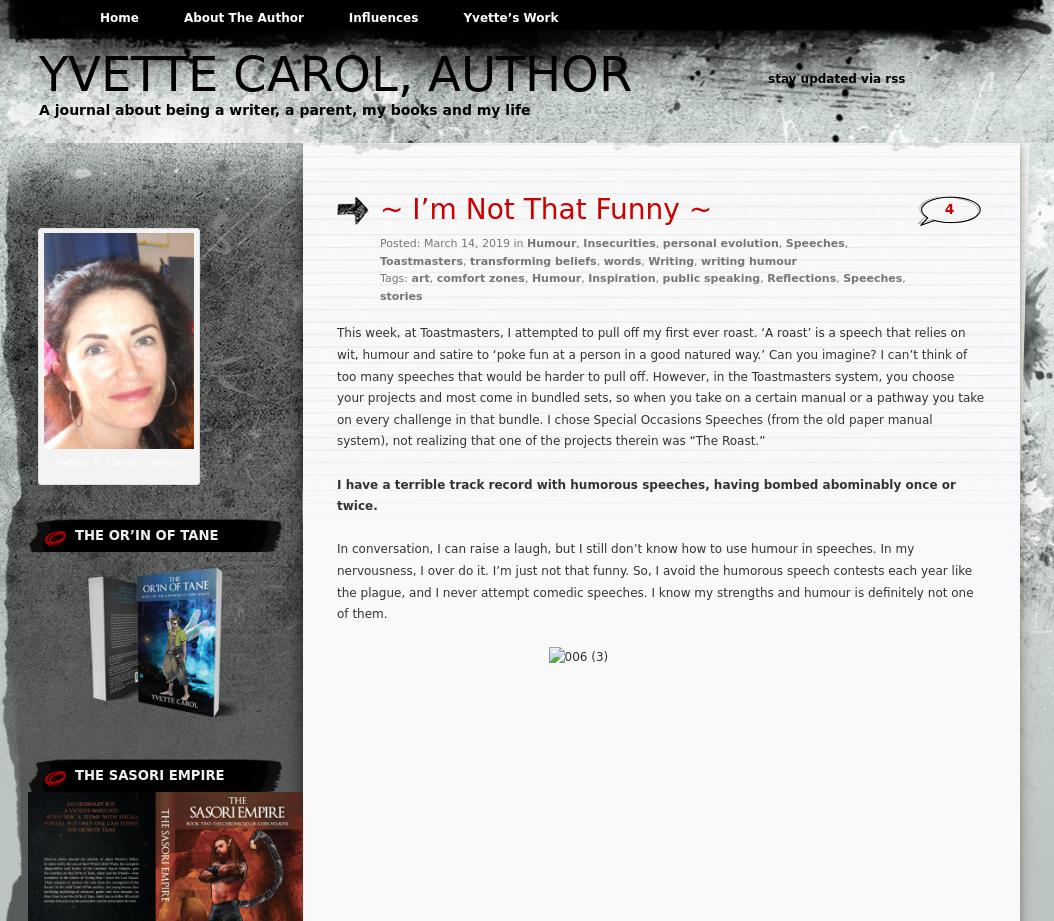  Describe the element at coordinates (662, 242) in the screenshot. I see `'personal evolution'` at that location.